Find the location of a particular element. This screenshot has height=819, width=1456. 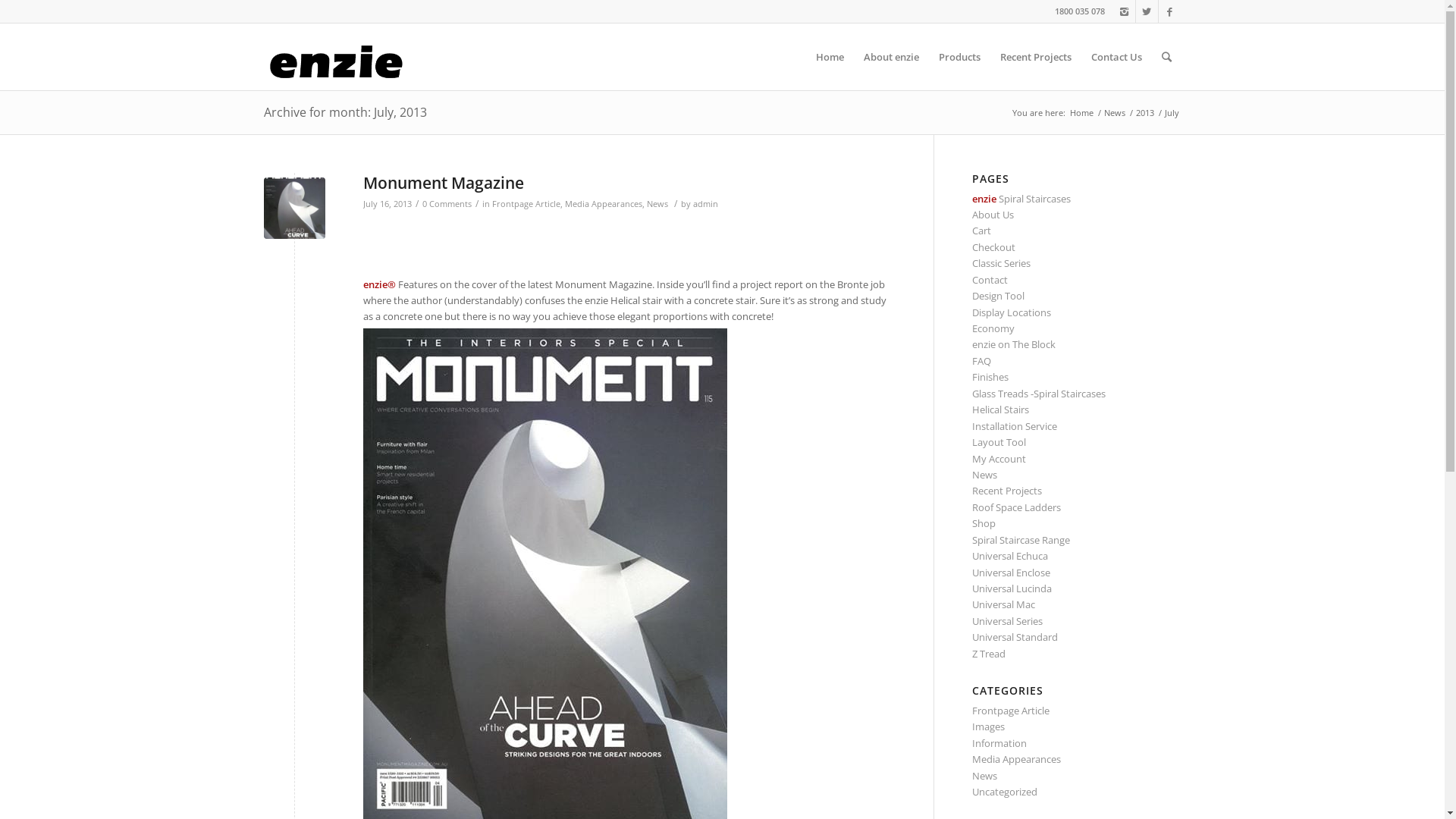

'Spiral Staircase Range' is located at coordinates (1021, 539).